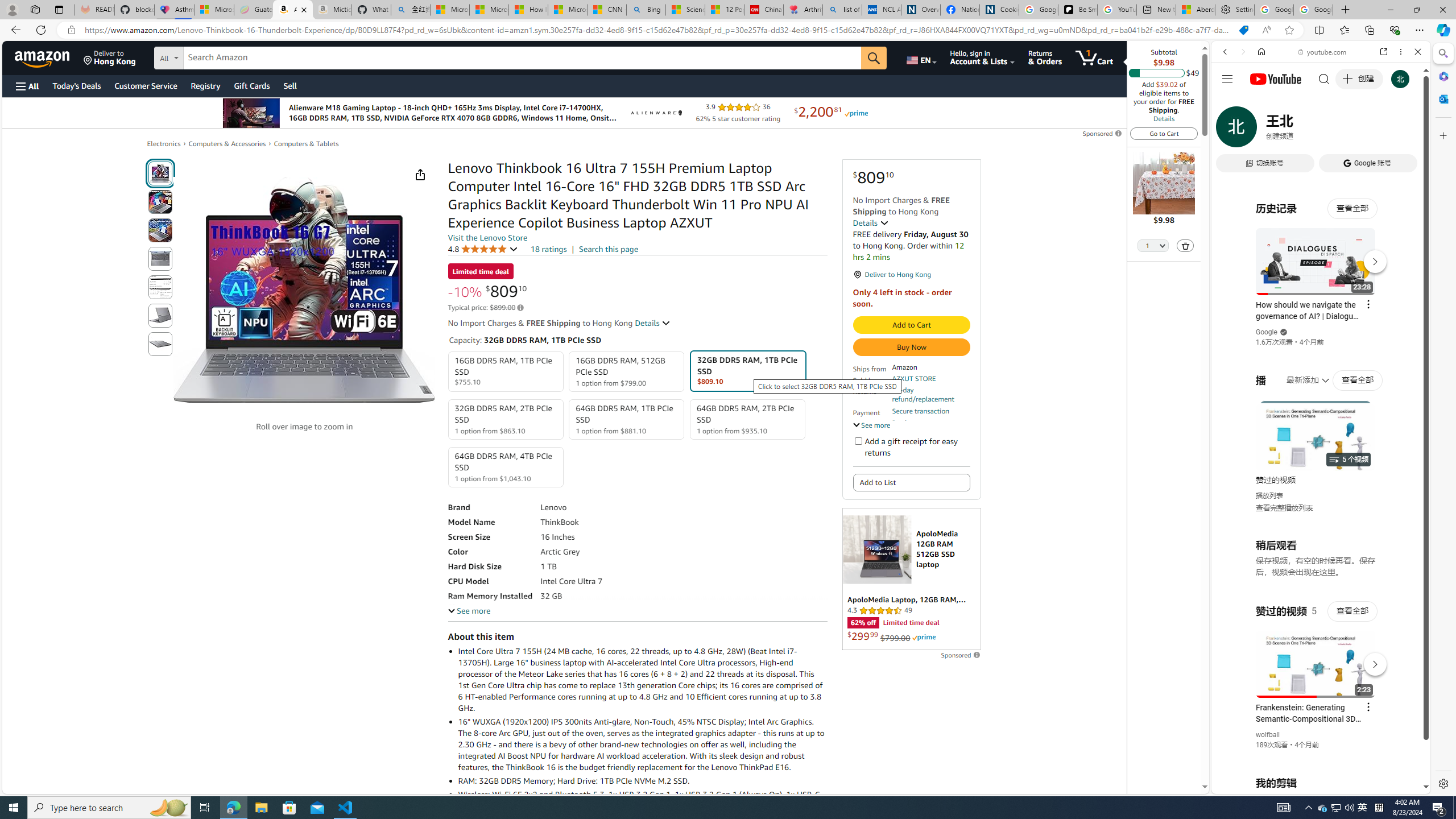 The height and width of the screenshot is (819, 1456). What do you see at coordinates (505, 466) in the screenshot?
I see `'64GB DDR5 RAM, 4TB PCIe SSD 1 option from $1,043.10'` at bounding box center [505, 466].